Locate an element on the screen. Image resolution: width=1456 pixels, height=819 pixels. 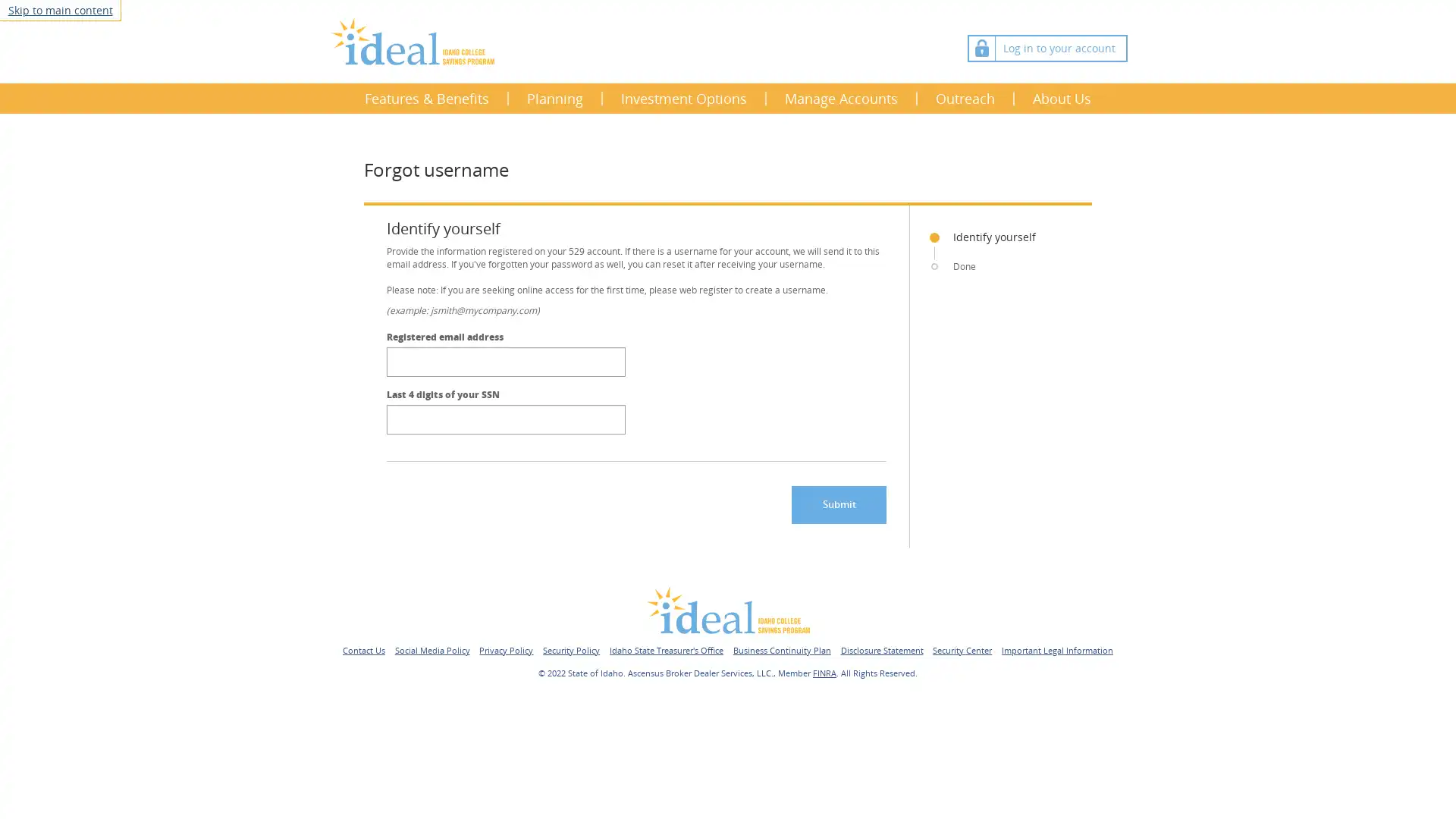
Submit is located at coordinates (838, 504).